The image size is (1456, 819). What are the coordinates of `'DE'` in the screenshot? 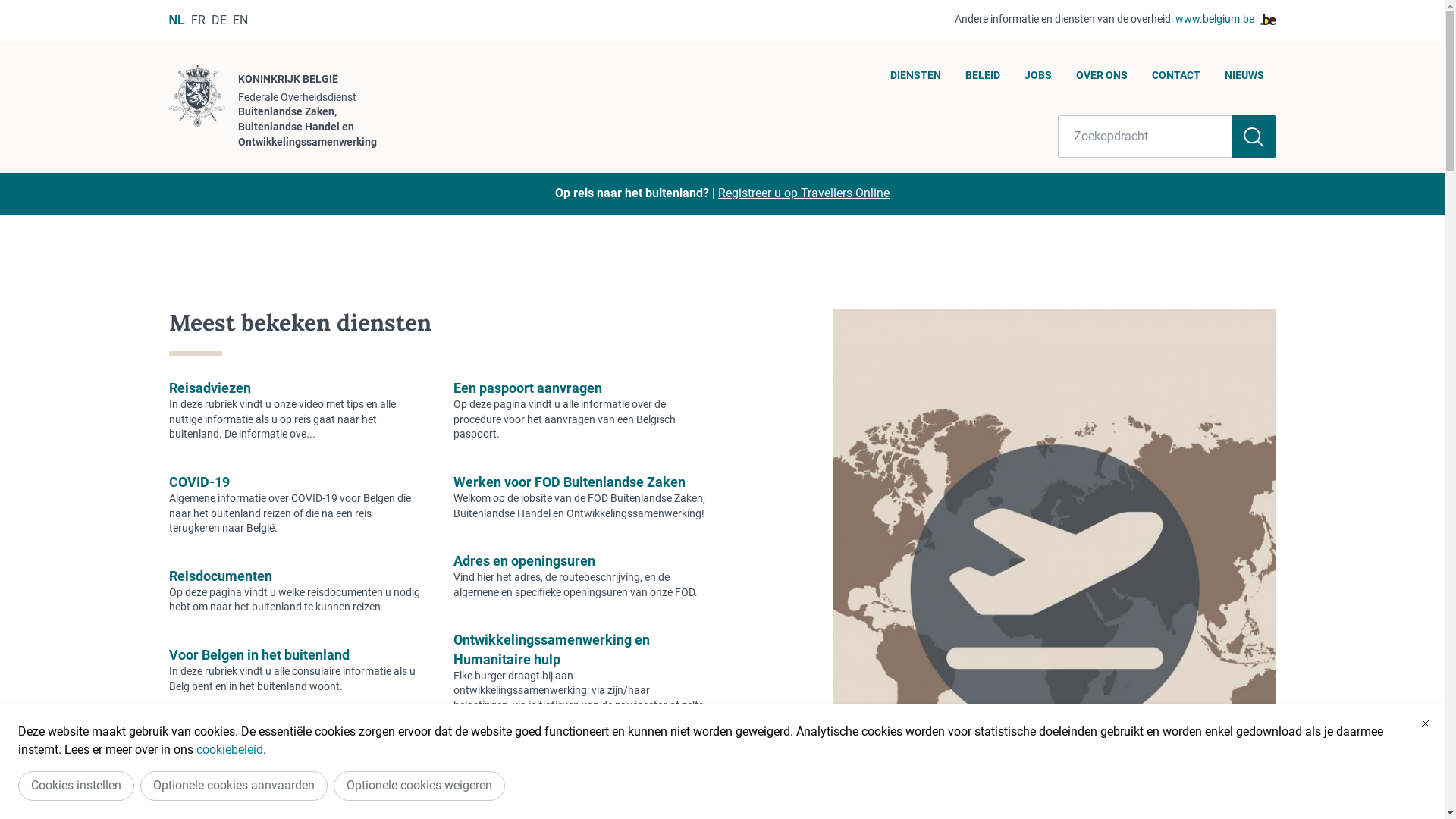 It's located at (218, 20).